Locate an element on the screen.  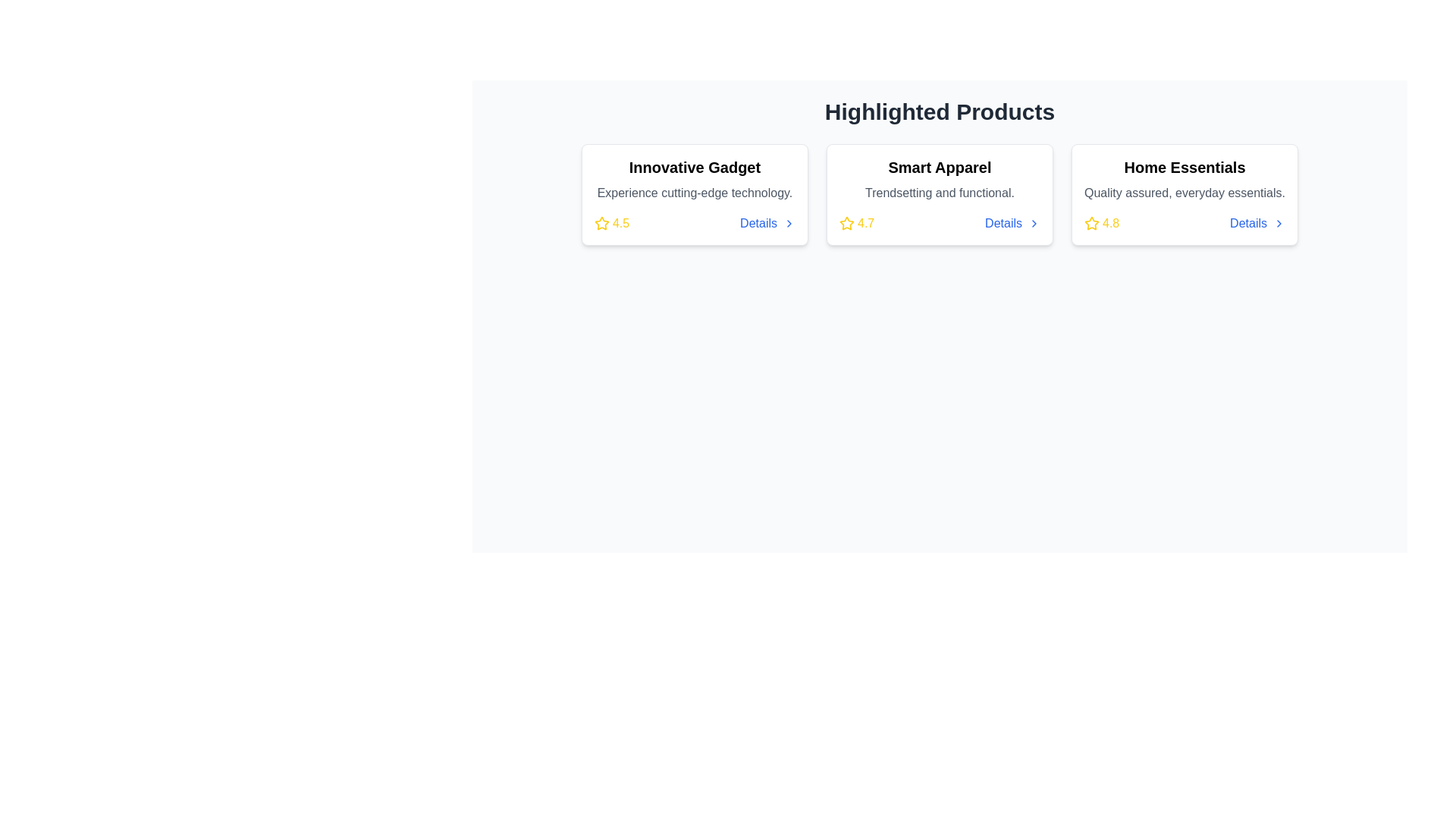
title label of the product category located in the third card, positioned above the text 'Quality assured, everyday essentials.' is located at coordinates (1184, 167).